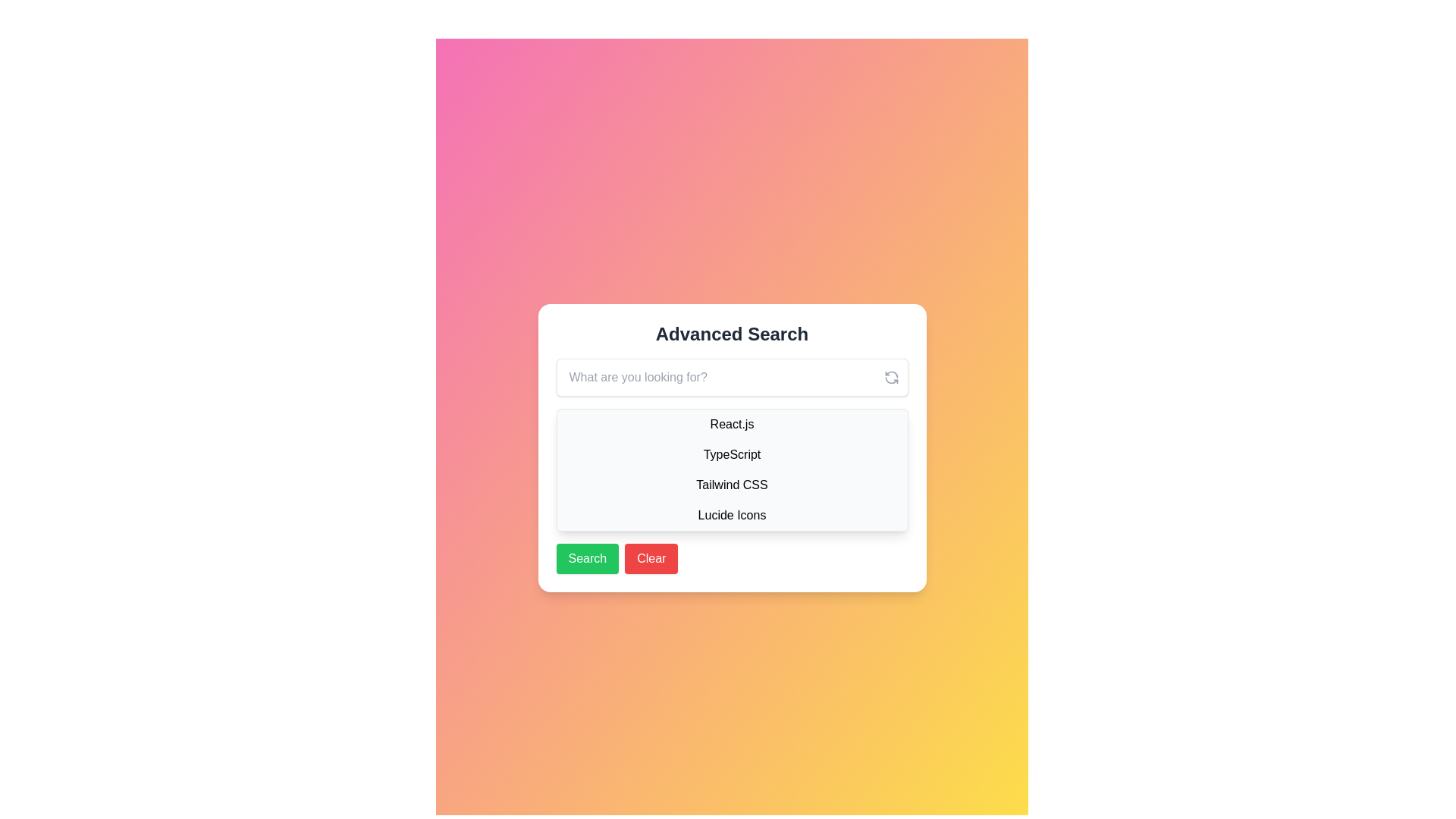 This screenshot has height=819, width=1456. What do you see at coordinates (732, 424) in the screenshot?
I see `the first selectable item in the dropdown list` at bounding box center [732, 424].